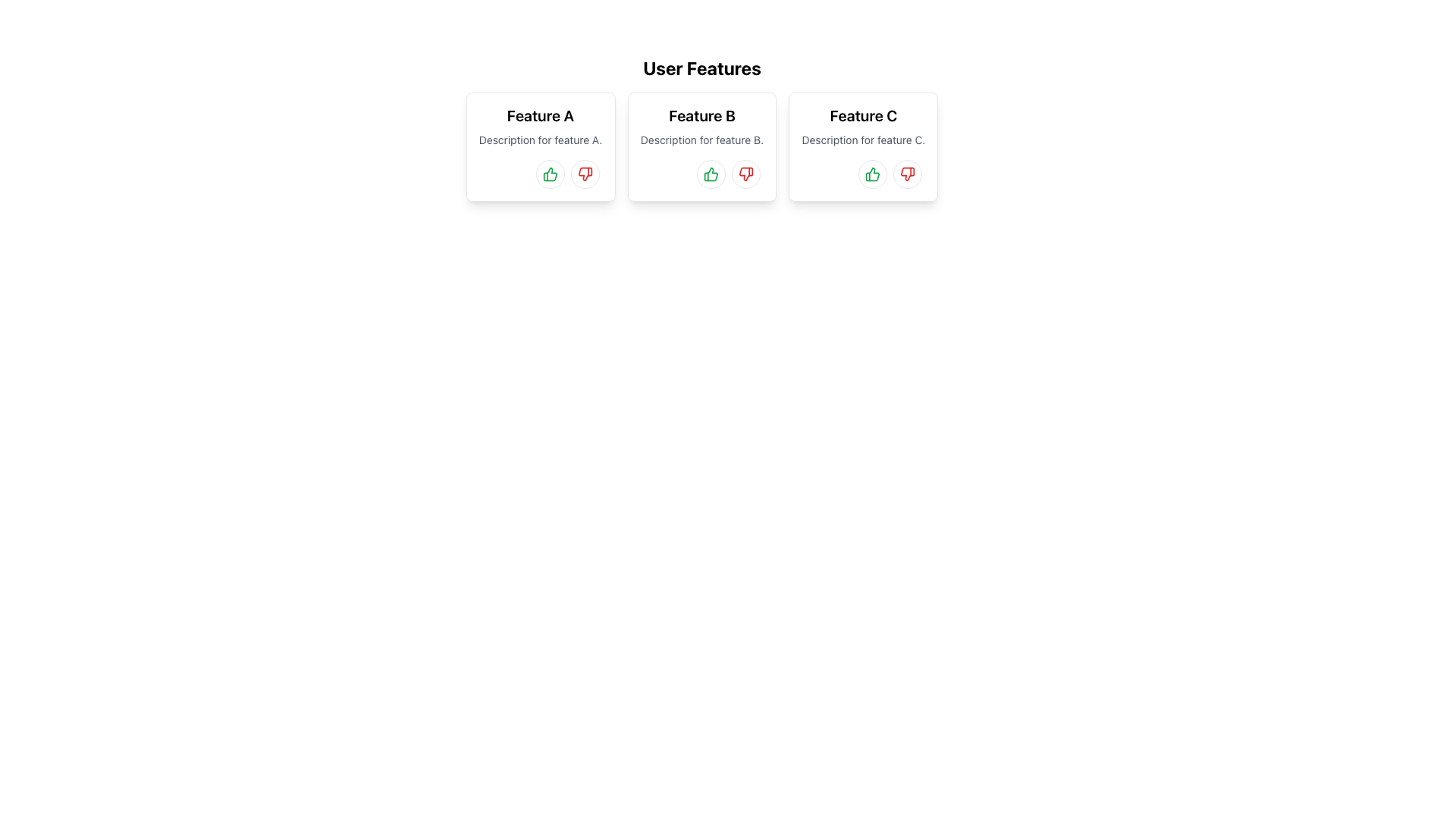 The width and height of the screenshot is (1456, 819). Describe the element at coordinates (873, 174) in the screenshot. I see `the 'like' button for 'Feature C'` at that location.